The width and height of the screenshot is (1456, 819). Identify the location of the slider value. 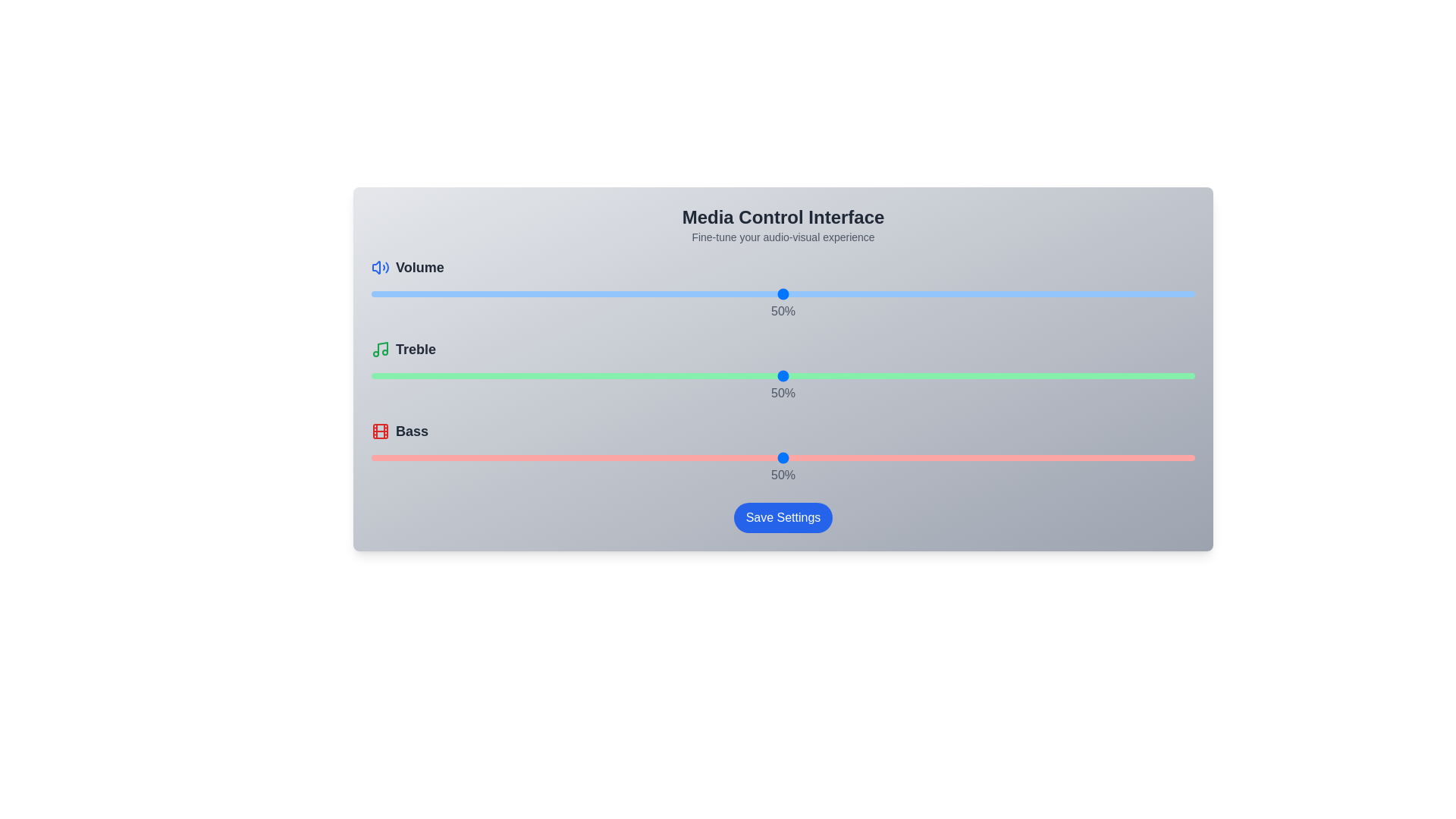
(1178, 294).